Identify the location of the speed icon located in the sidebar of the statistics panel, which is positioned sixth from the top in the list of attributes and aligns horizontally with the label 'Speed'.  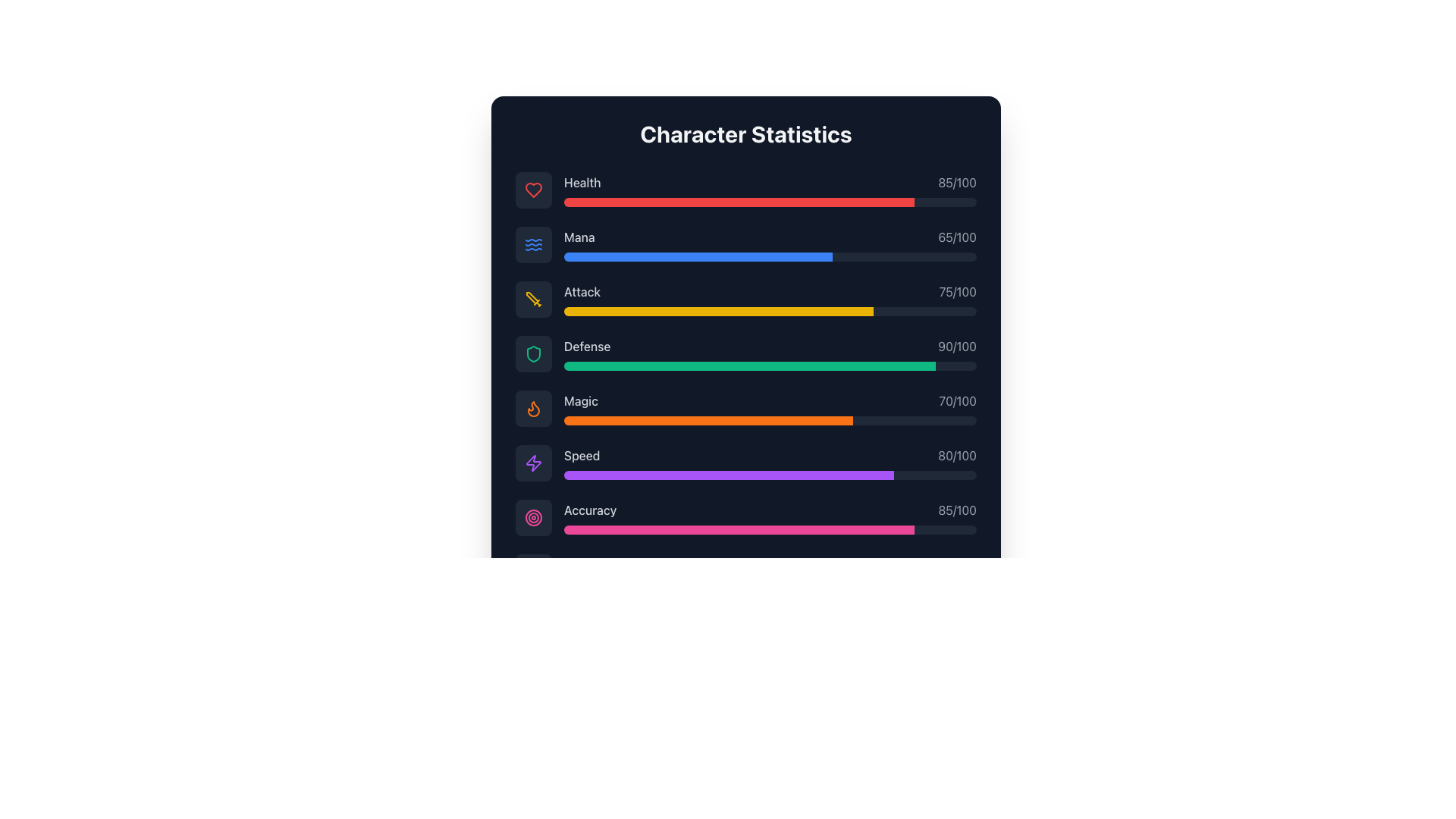
(534, 462).